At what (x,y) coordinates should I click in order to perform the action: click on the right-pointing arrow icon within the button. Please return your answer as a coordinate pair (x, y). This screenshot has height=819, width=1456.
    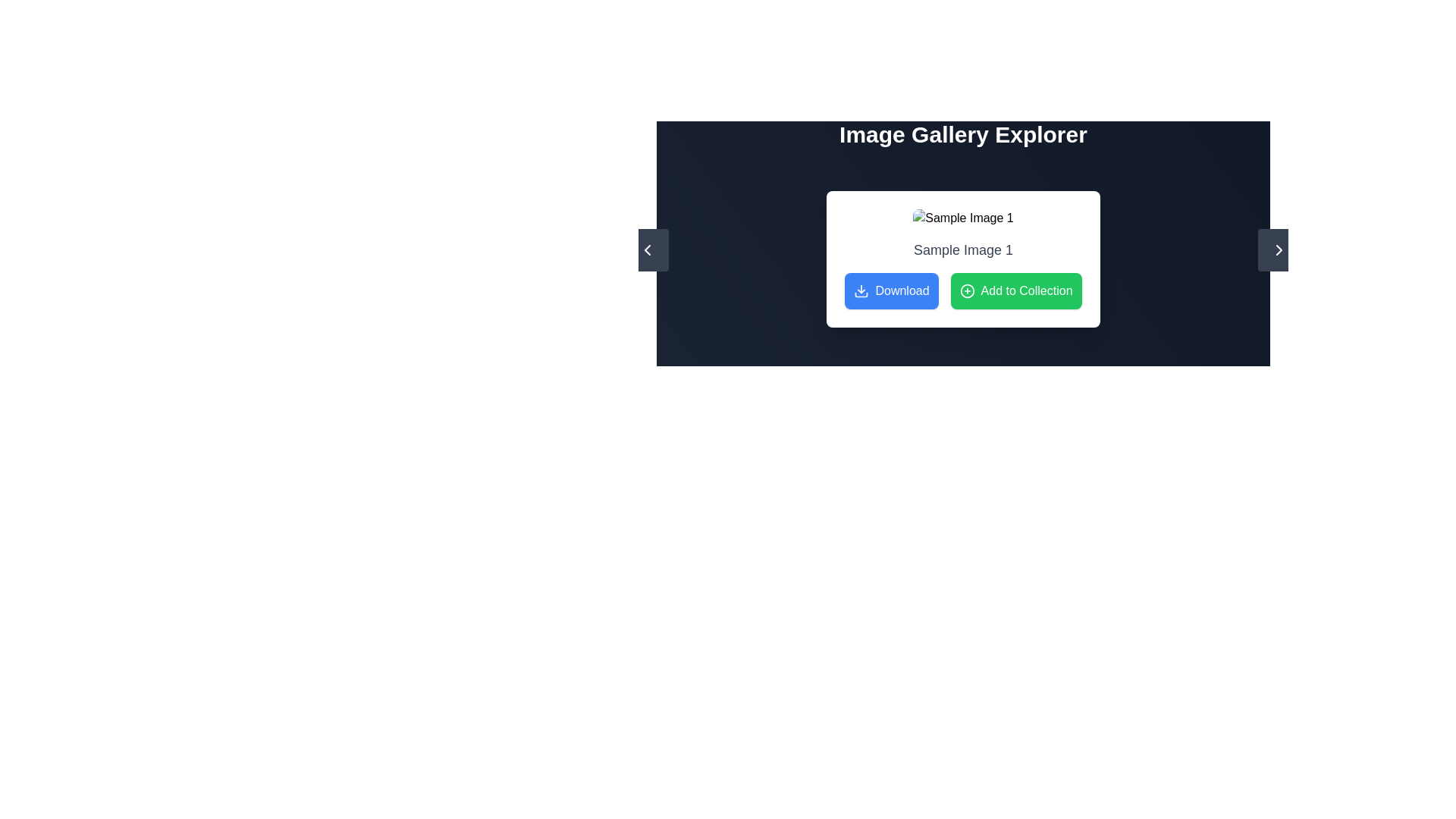
    Looking at the image, I should click on (1278, 249).